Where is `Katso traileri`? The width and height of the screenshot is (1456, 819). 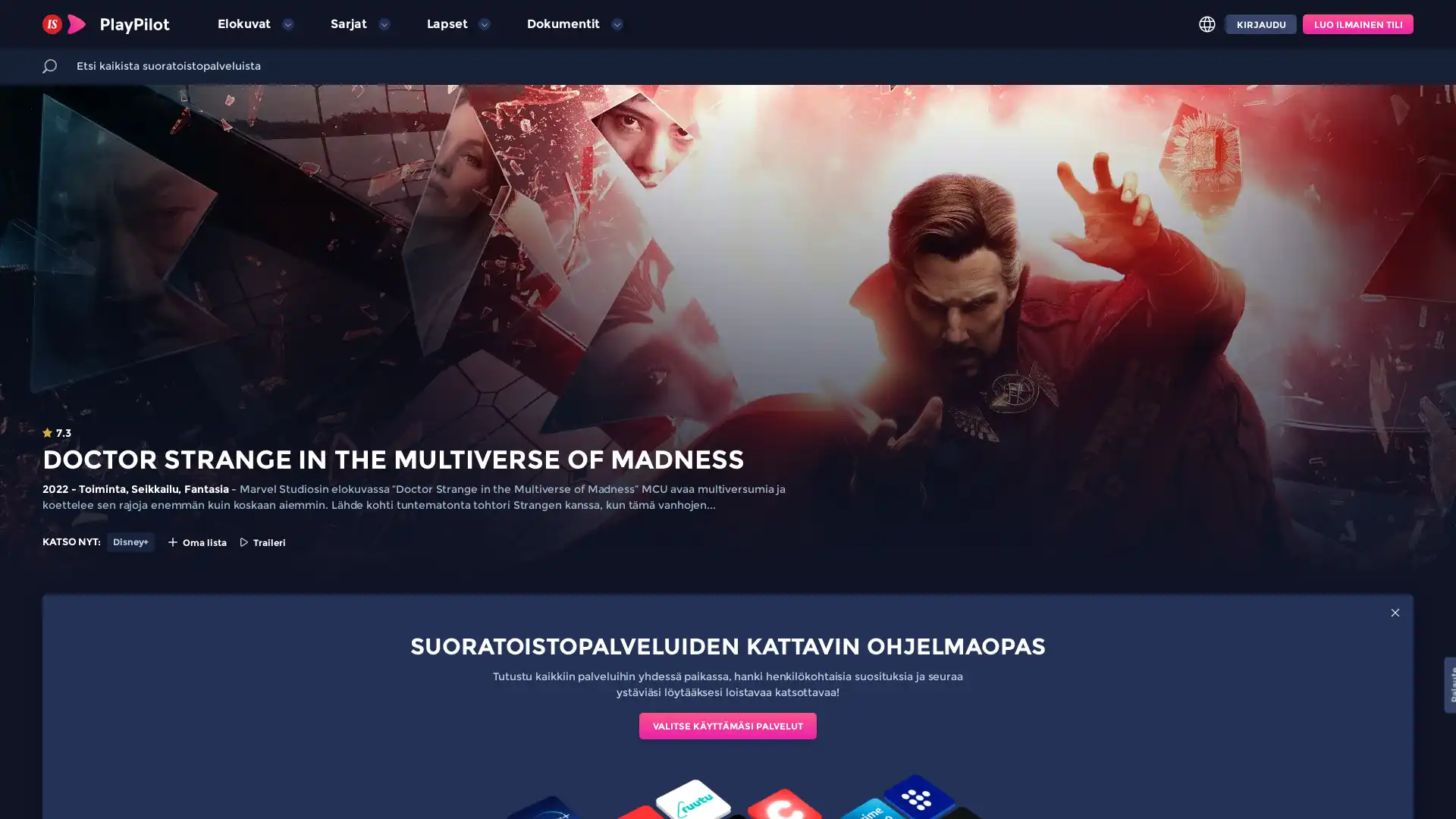
Katso traileri is located at coordinates (262, 541).